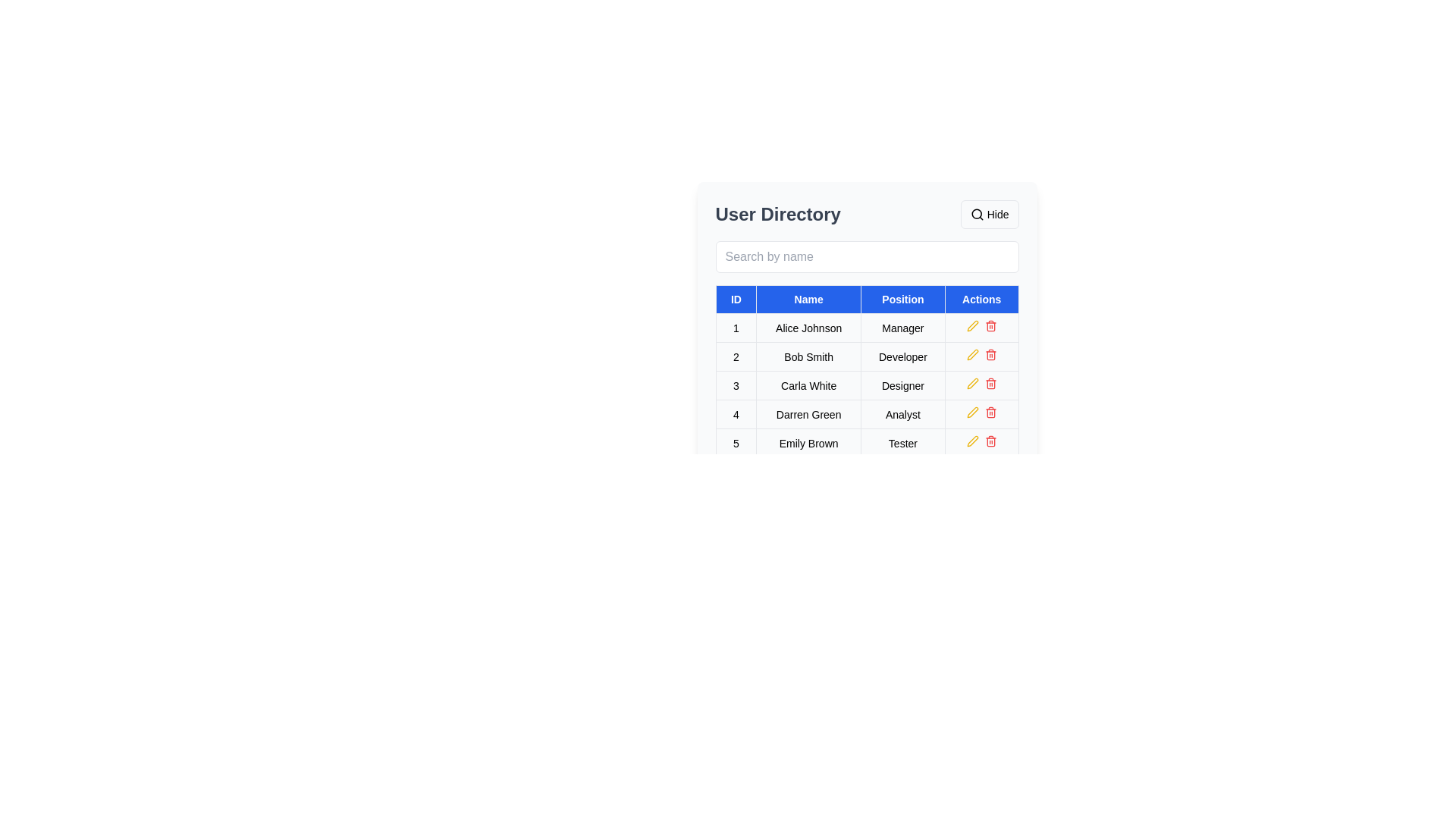 This screenshot has width=1456, height=819. I want to click on the blank cell in the last column, fourth row of the 'User Directory' table under the 'Actions' column, aligned with 'Carla White Designer', so click(981, 384).